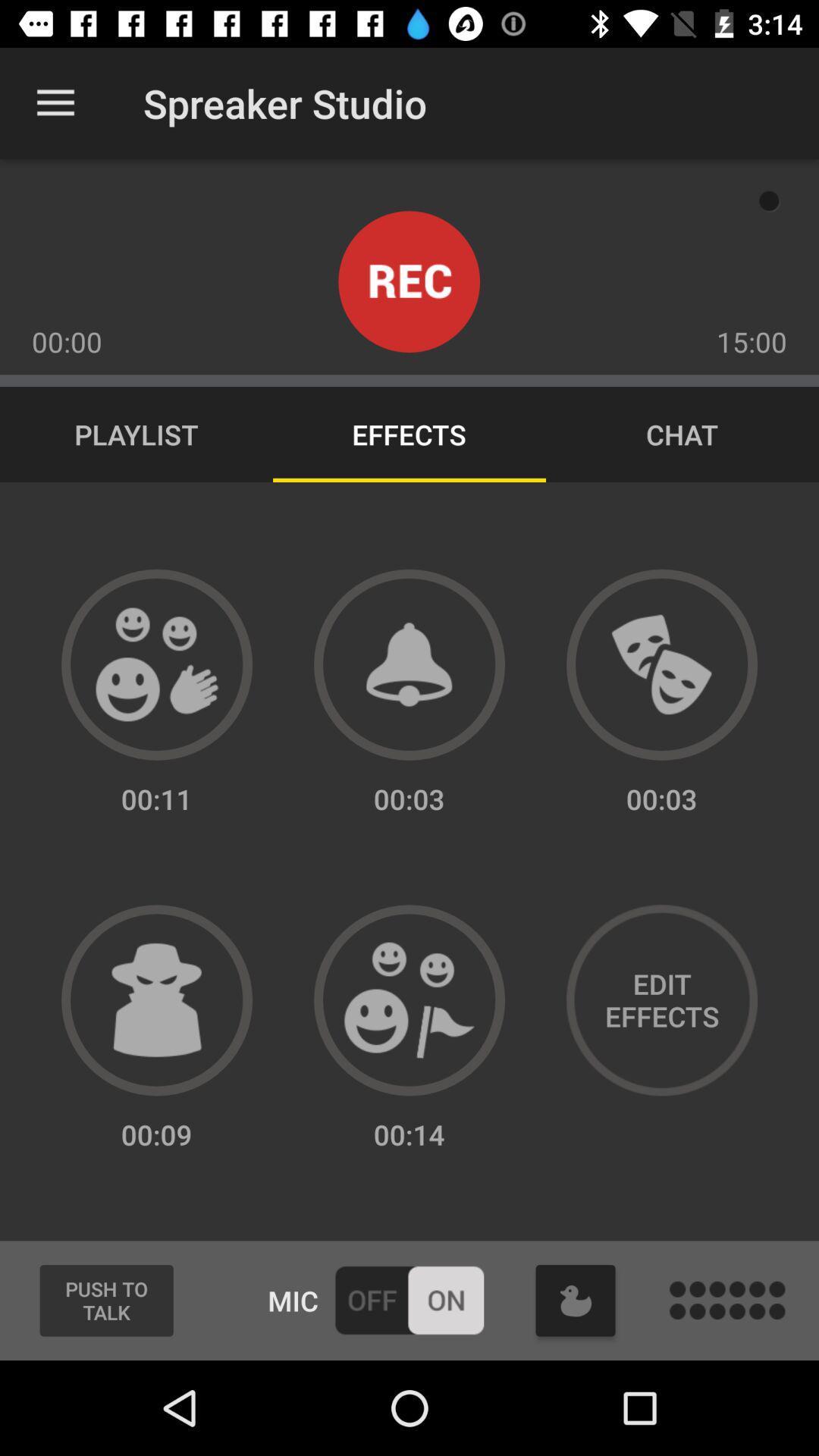  Describe the element at coordinates (408, 1299) in the screenshot. I see `mic on or off` at that location.